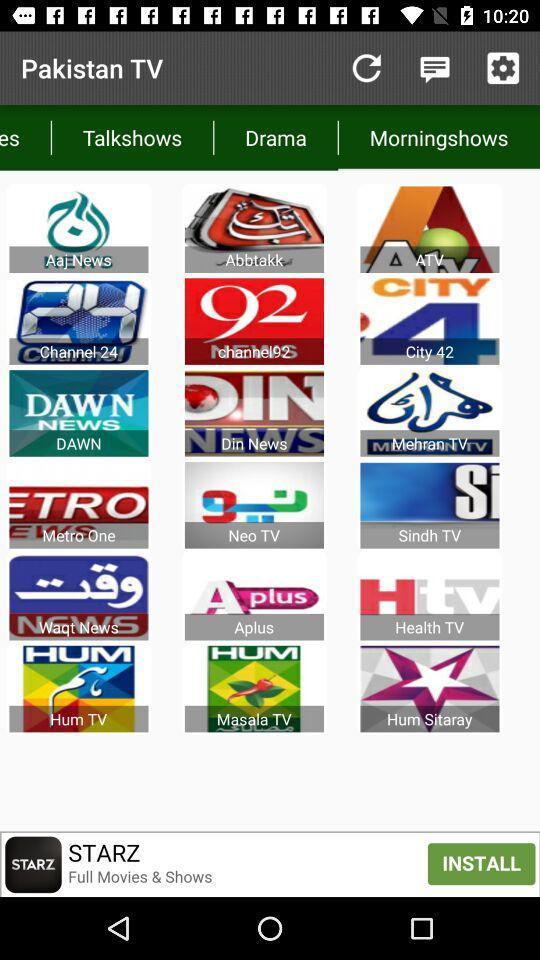 Image resolution: width=540 pixels, height=960 pixels. What do you see at coordinates (502, 68) in the screenshot?
I see `settings` at bounding box center [502, 68].